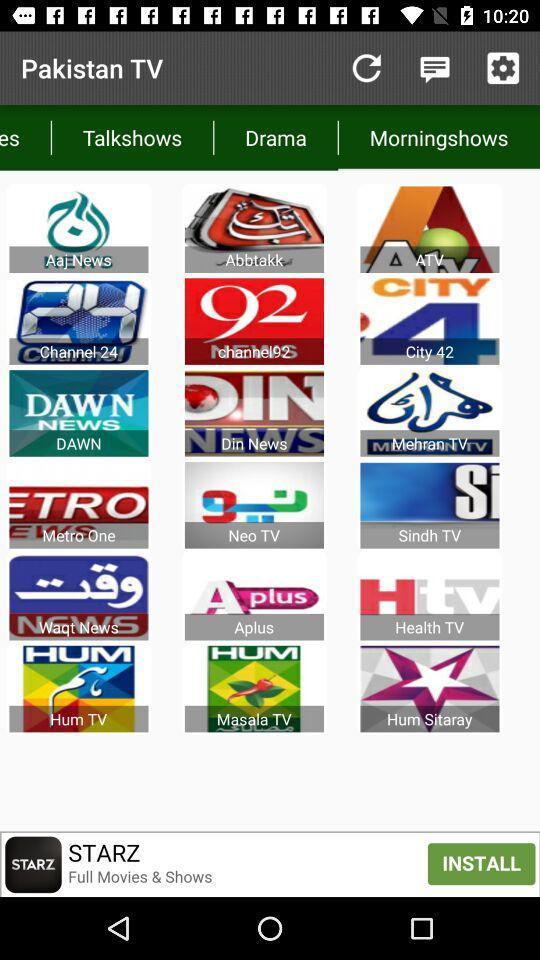 Image resolution: width=540 pixels, height=960 pixels. What do you see at coordinates (502, 68) in the screenshot?
I see `settings` at bounding box center [502, 68].